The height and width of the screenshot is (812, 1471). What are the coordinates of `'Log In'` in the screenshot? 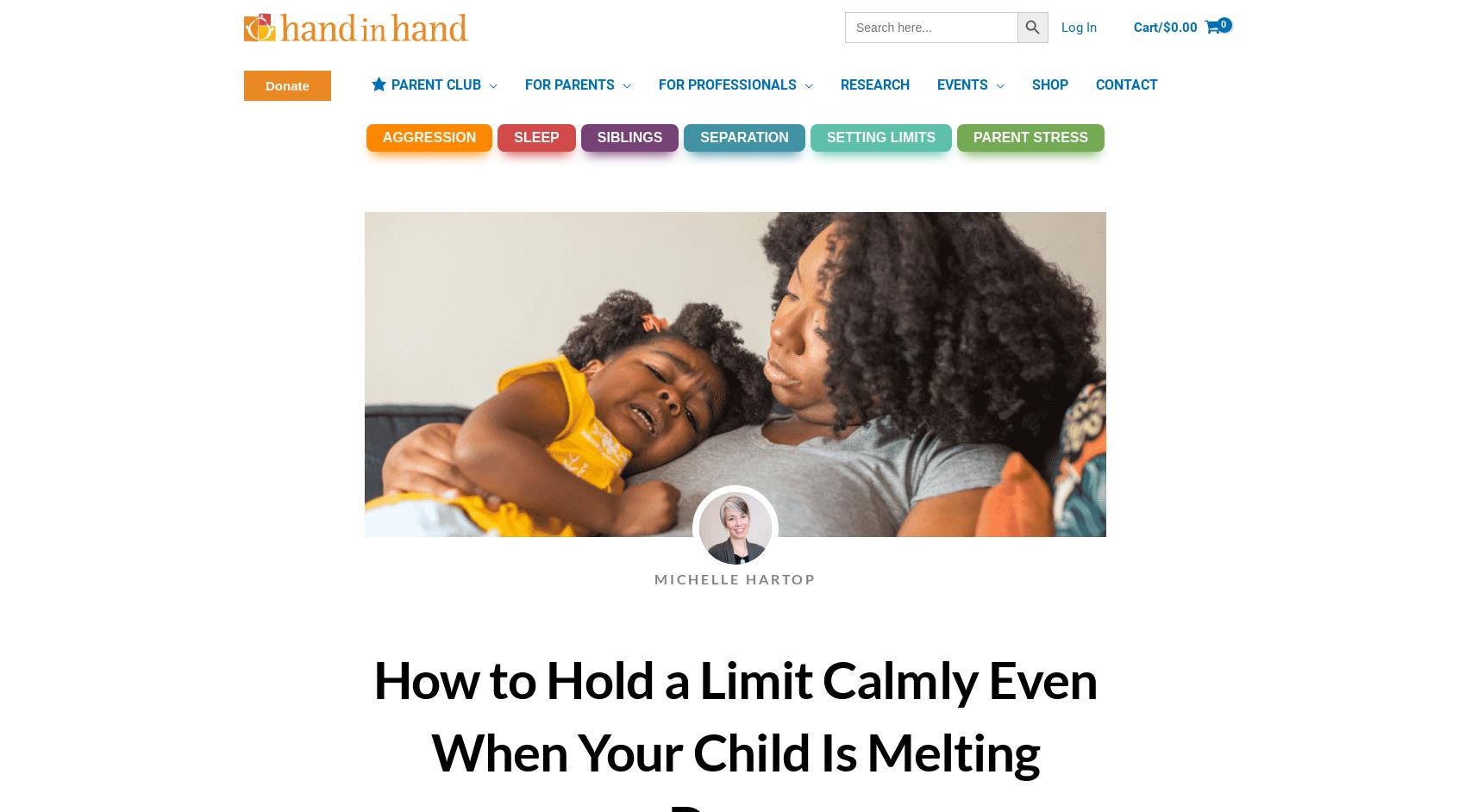 It's located at (1079, 28).